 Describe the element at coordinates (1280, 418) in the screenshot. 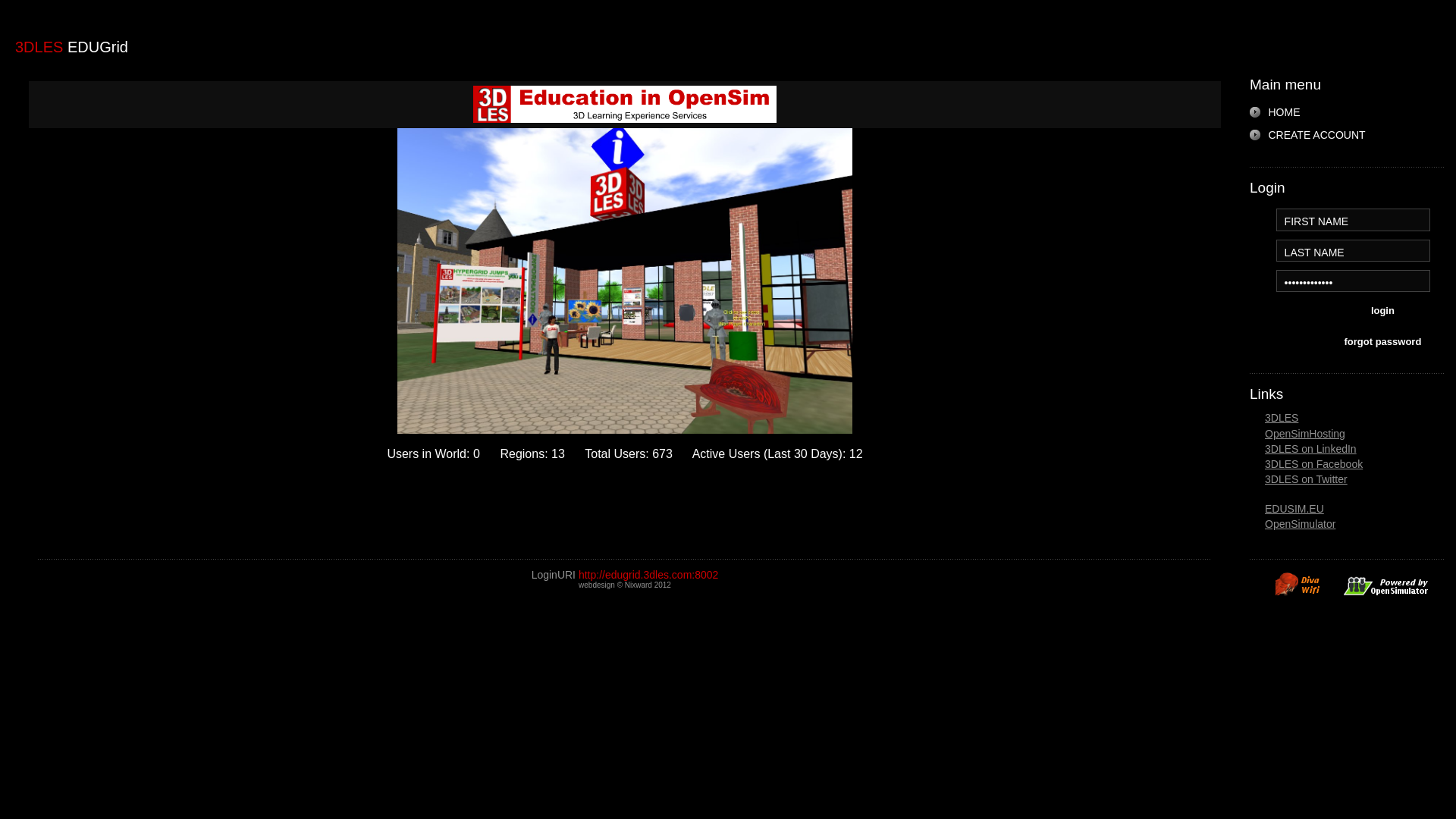

I see `'3DLES'` at that location.